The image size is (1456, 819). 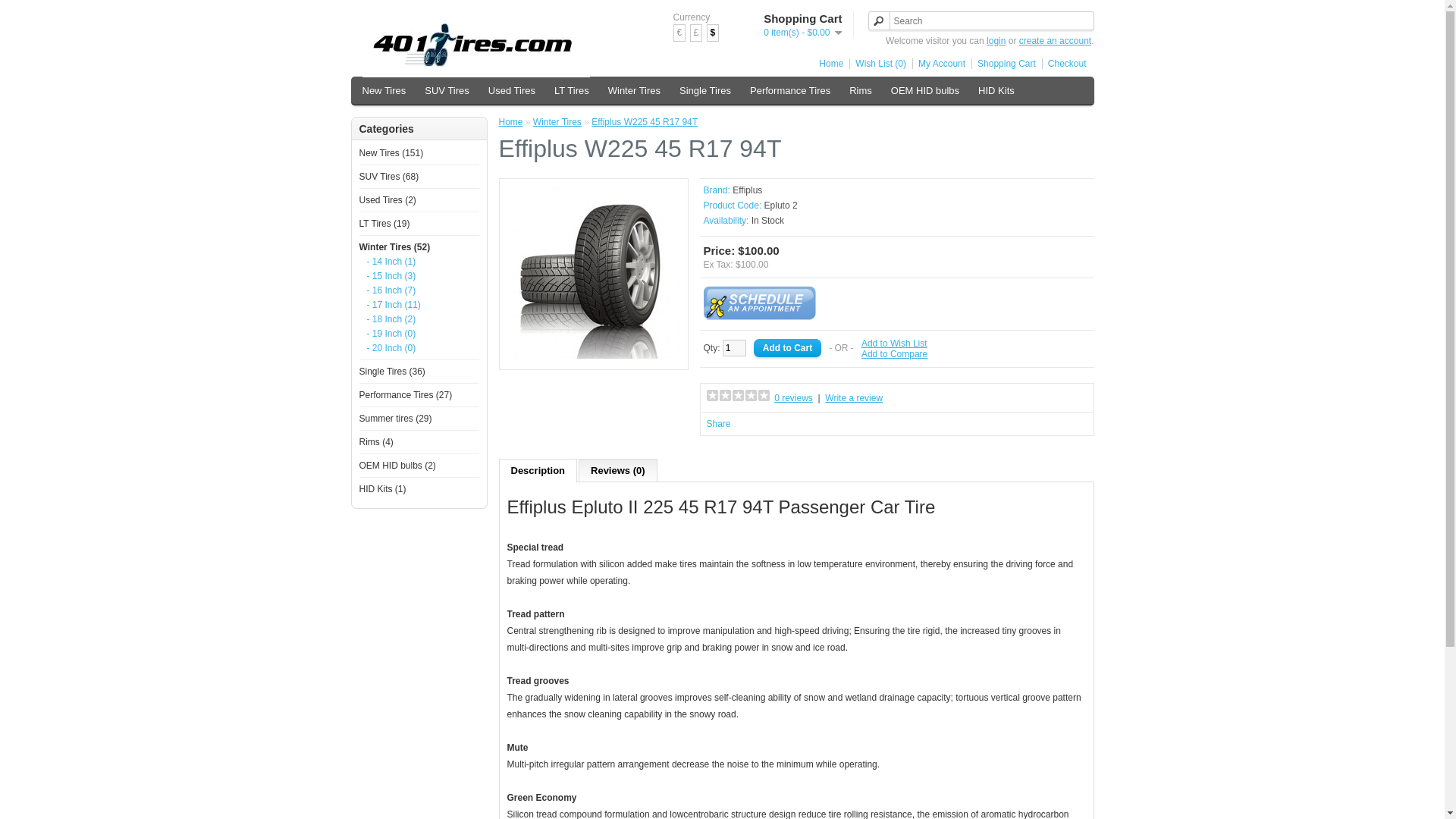 What do you see at coordinates (446, 90) in the screenshot?
I see `'SUV Tires'` at bounding box center [446, 90].